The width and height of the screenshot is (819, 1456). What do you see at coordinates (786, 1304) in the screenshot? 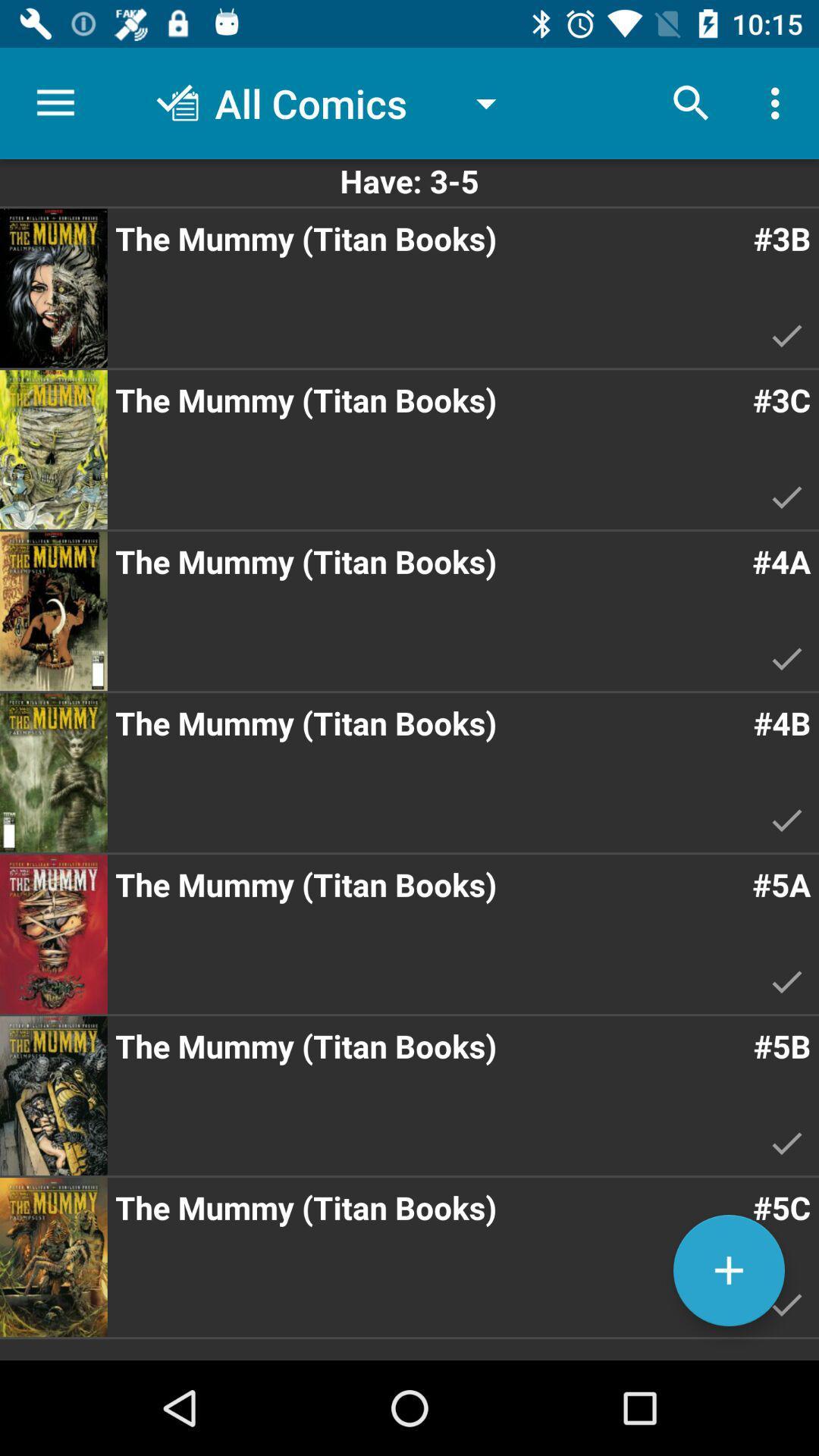
I see `the tick mark on the bottom right corner` at bounding box center [786, 1304].